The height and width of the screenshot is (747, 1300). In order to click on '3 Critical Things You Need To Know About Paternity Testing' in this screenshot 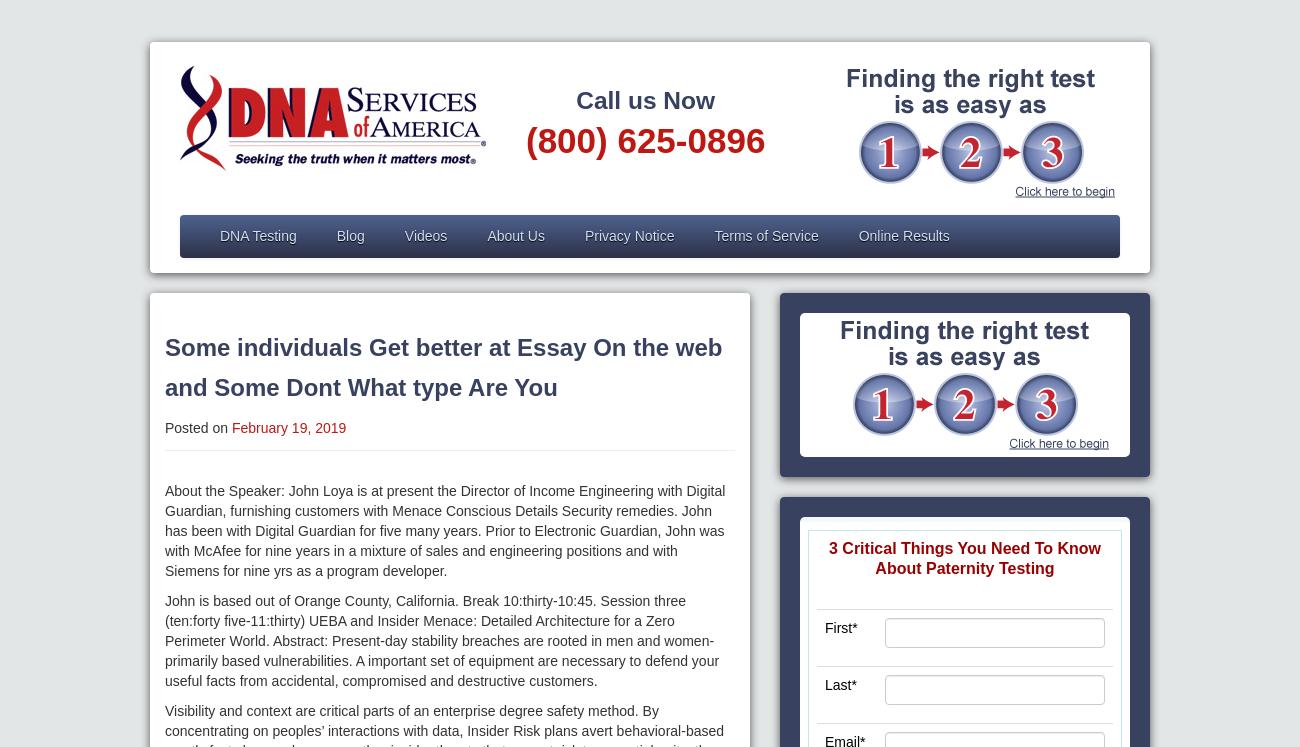, I will do `click(964, 557)`.